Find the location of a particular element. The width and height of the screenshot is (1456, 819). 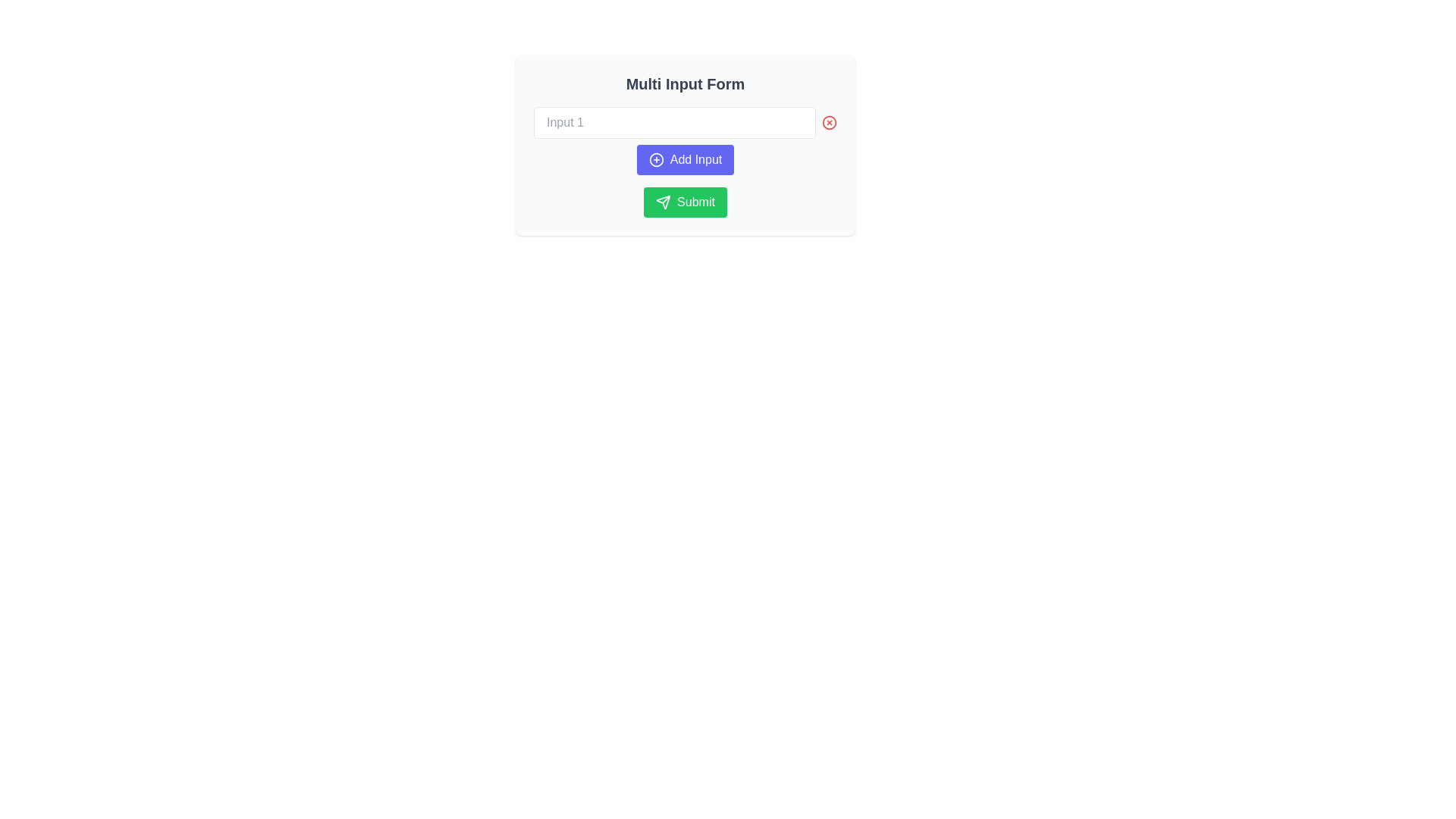

the green 'Submit' button with a paper plane icon, located at the lower center of the 'Multi Input Form' to interact with its hover styles is located at coordinates (684, 201).